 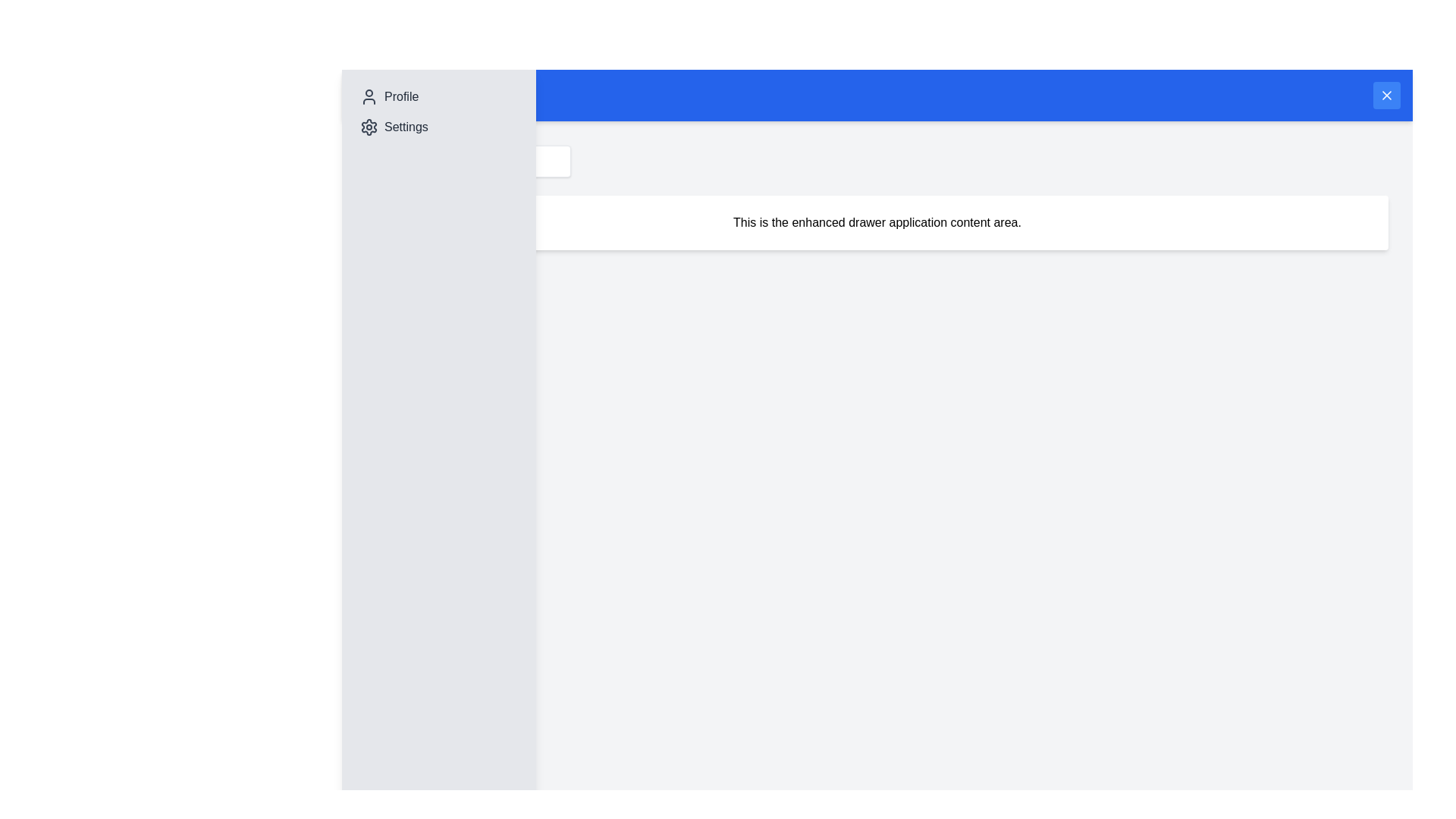 I want to click on the user silhouette icon in the upper-left corner of the interface, so click(x=369, y=96).